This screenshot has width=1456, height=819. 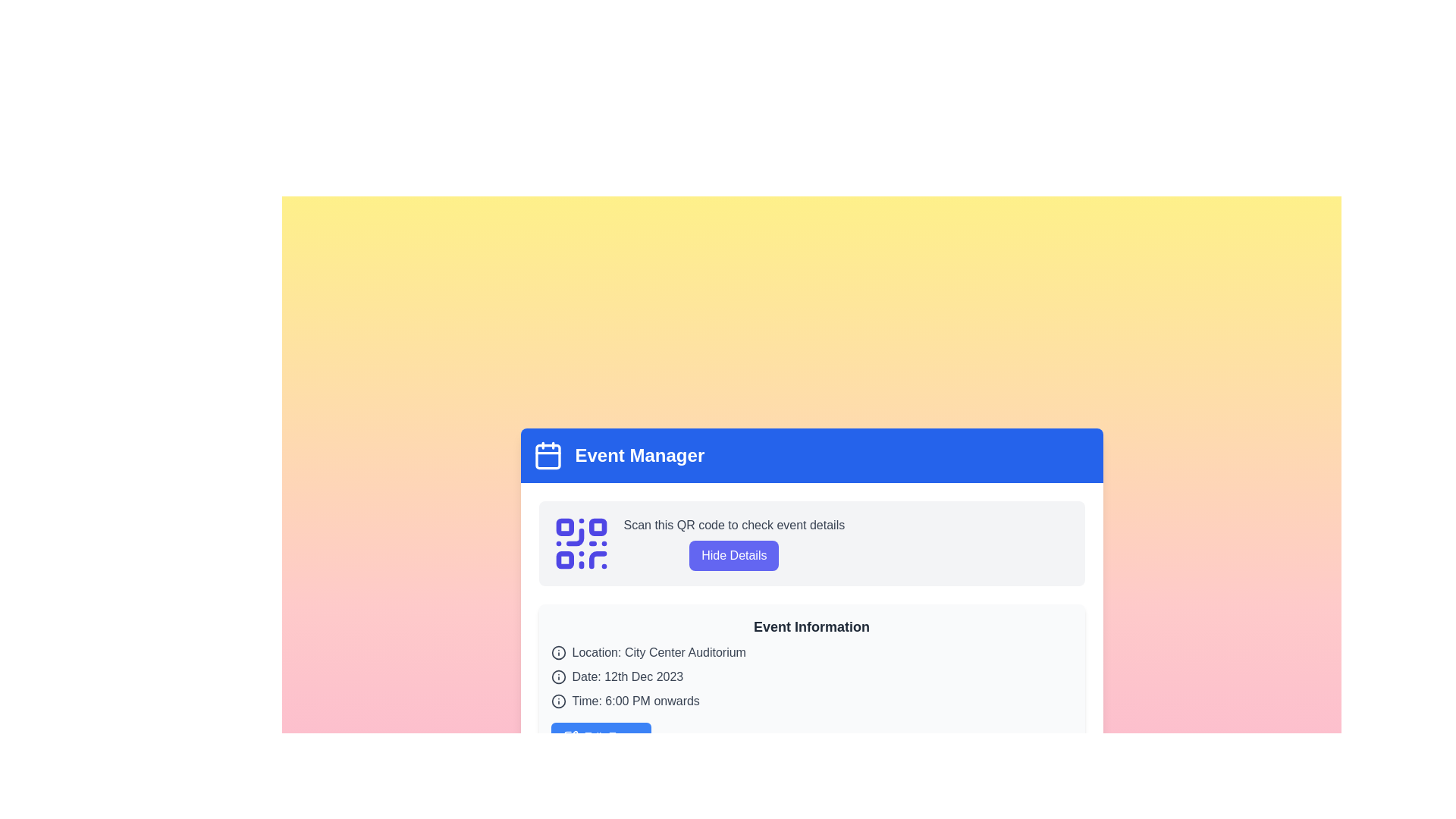 What do you see at coordinates (547, 455) in the screenshot?
I see `the Event Manager icon represented by a calendar symbol, located on the left side of the blue bar at the top of the Event Manager section` at bounding box center [547, 455].